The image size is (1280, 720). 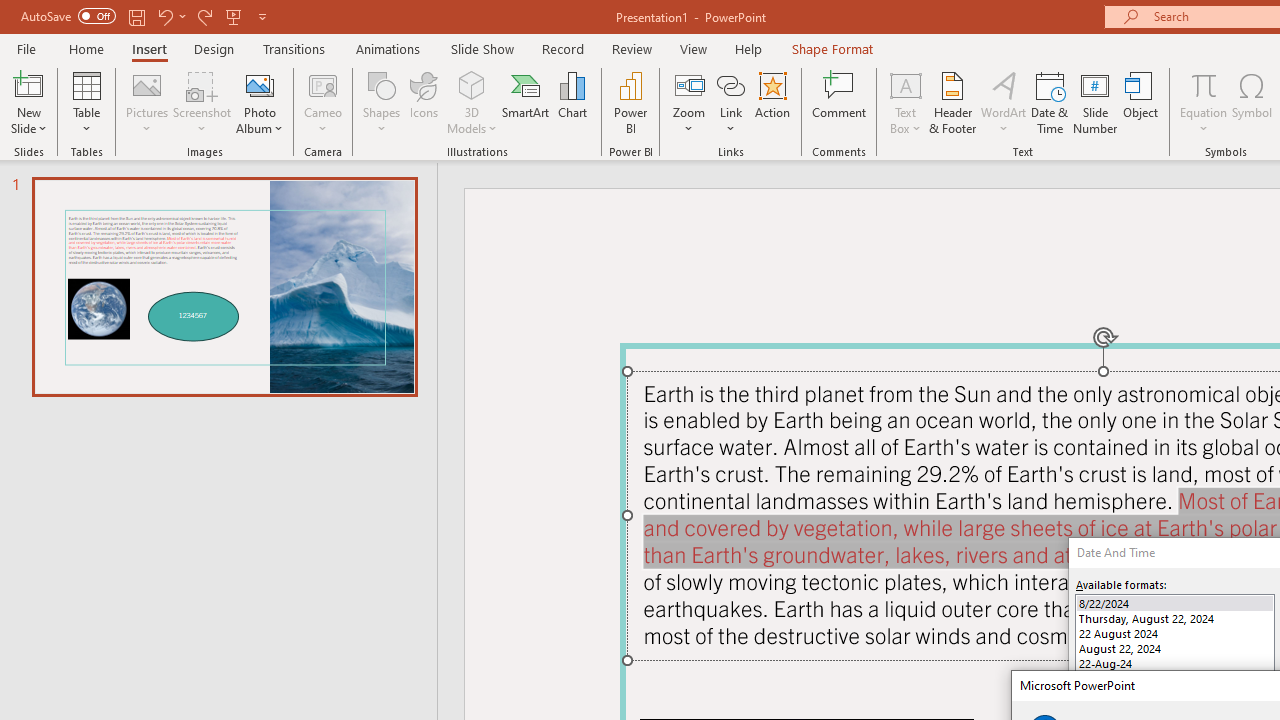 What do you see at coordinates (689, 103) in the screenshot?
I see `'Zoom'` at bounding box center [689, 103].